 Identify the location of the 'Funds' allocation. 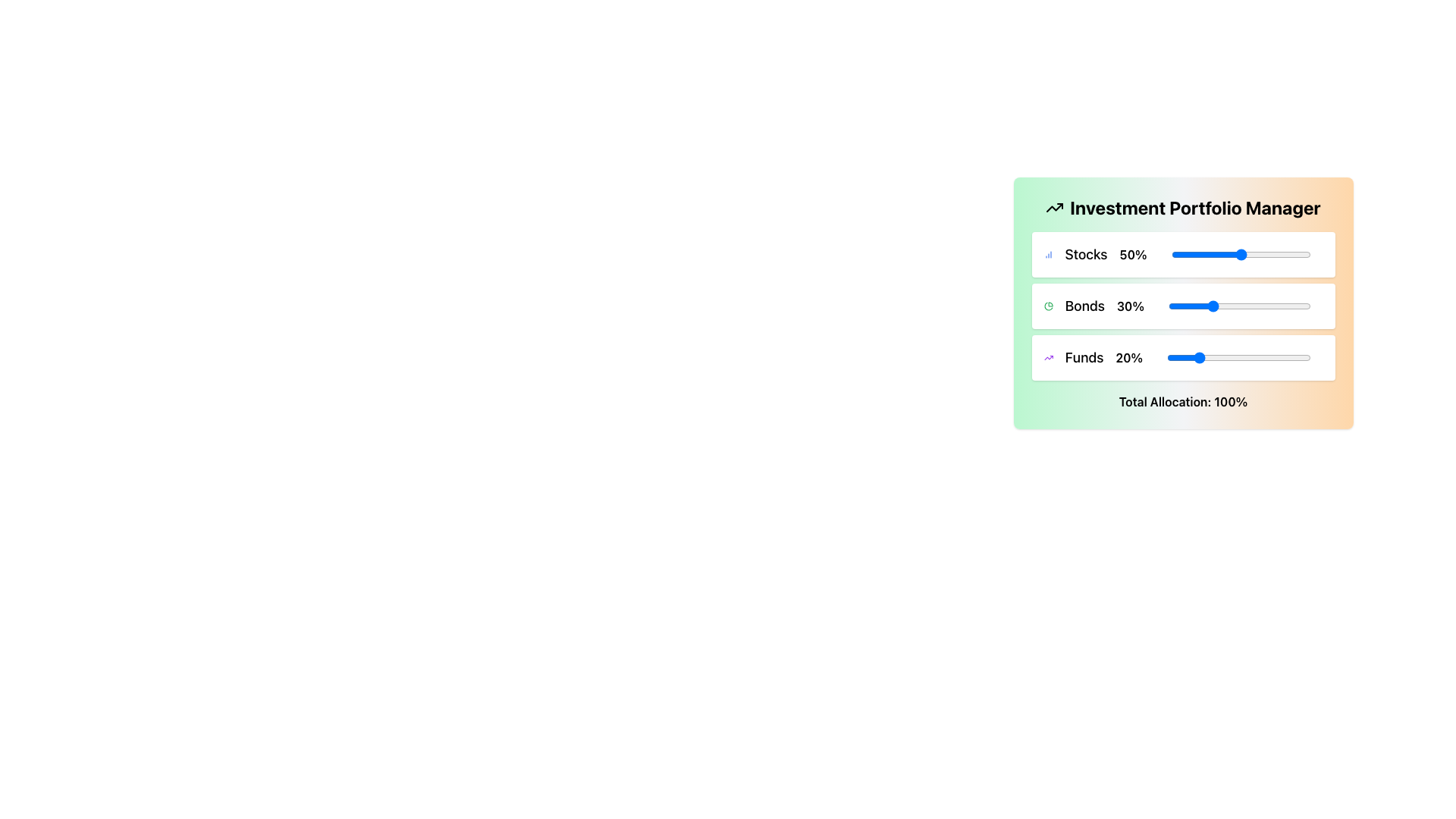
(1285, 357).